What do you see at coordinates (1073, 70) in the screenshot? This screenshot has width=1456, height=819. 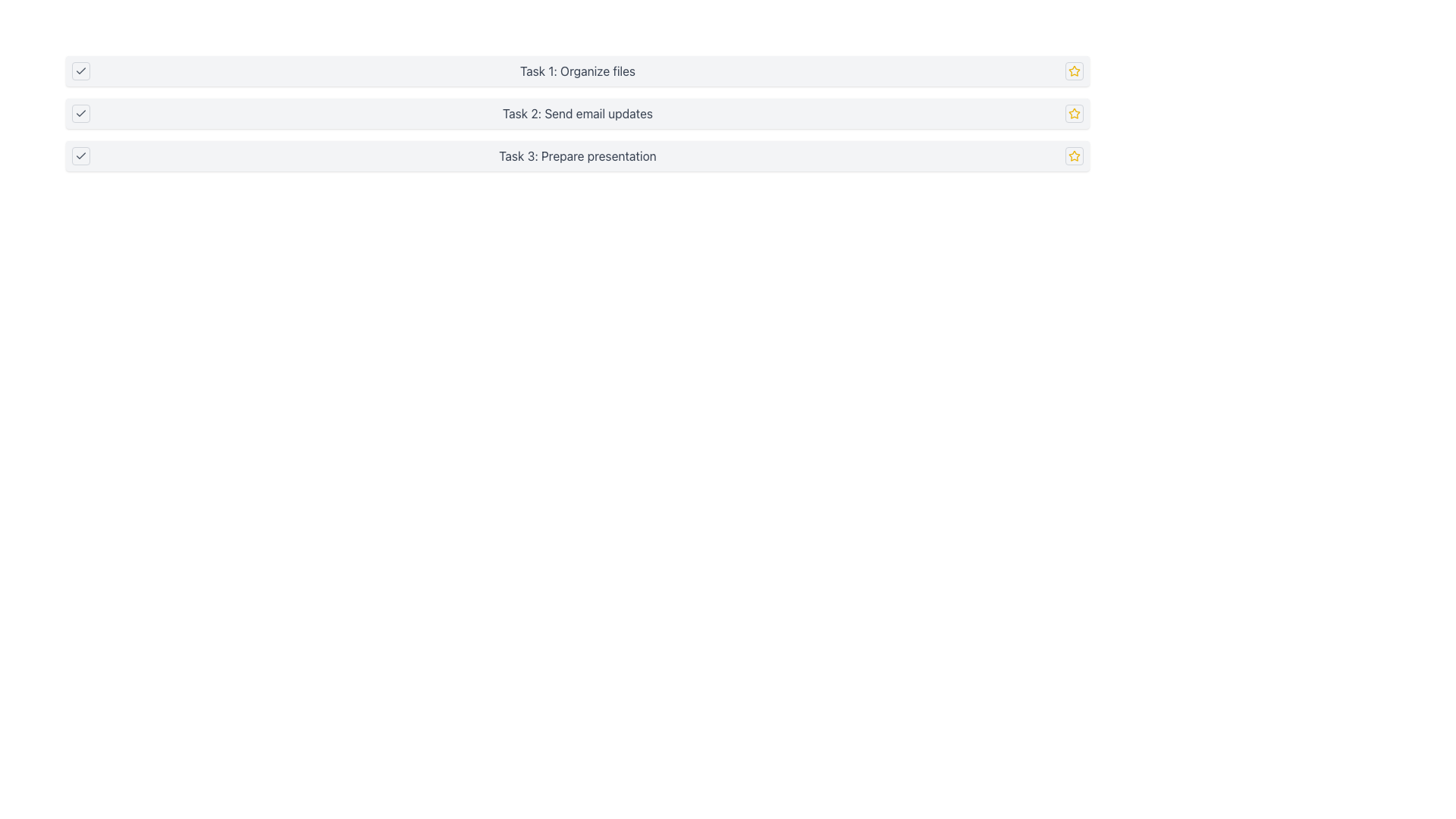 I see `the yellow star icon with a hollow center located on the far right of the topmost row labeled 'Task 1: Organize files' to mark it as a favorite` at bounding box center [1073, 70].